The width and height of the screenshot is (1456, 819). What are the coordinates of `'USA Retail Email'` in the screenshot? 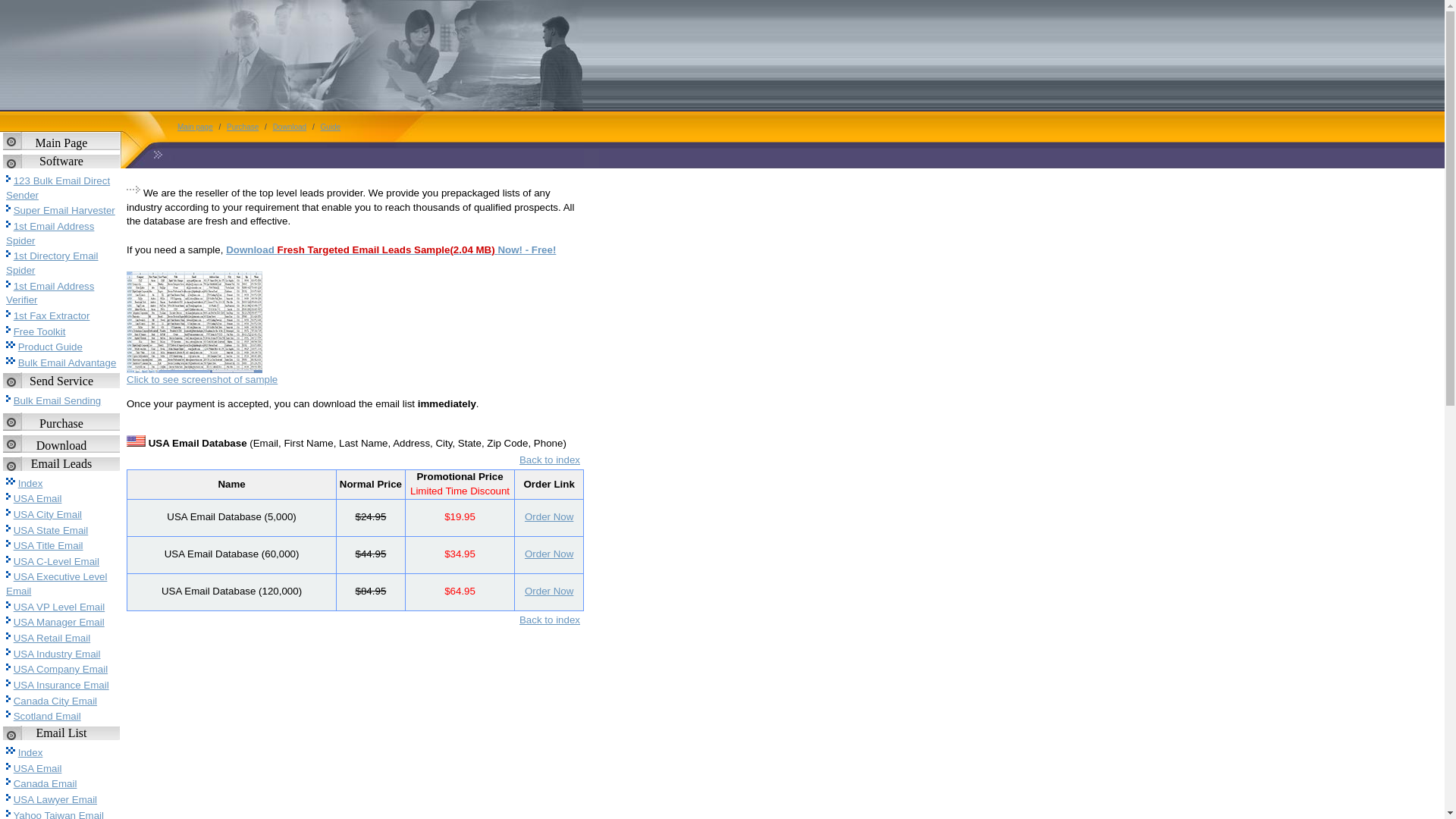 It's located at (52, 638).